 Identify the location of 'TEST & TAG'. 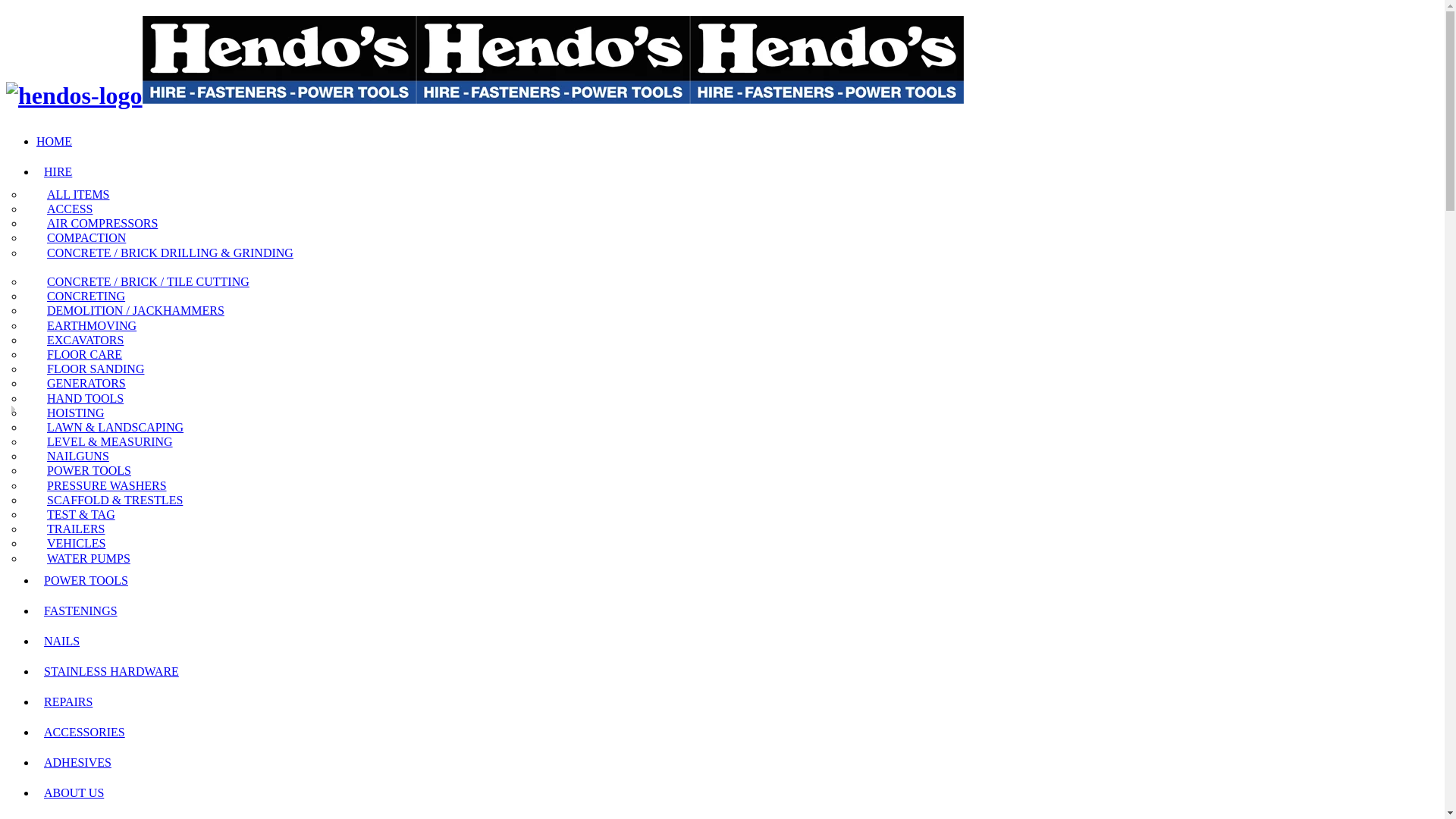
(76, 513).